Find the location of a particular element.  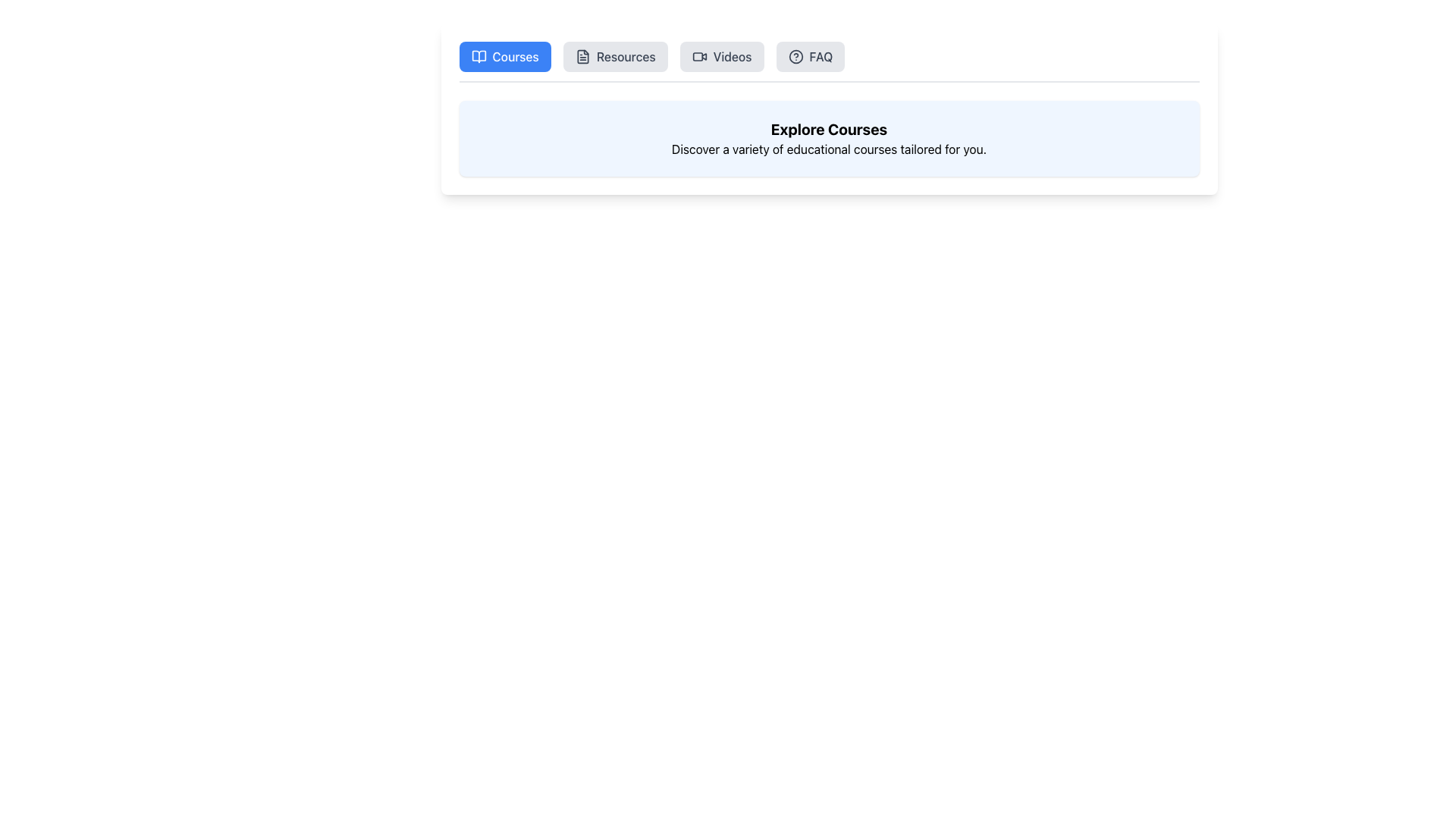

the 'Courses' button which has a blue background and a small book icon to its left, located in the top-left section of the main content area is located at coordinates (478, 55).